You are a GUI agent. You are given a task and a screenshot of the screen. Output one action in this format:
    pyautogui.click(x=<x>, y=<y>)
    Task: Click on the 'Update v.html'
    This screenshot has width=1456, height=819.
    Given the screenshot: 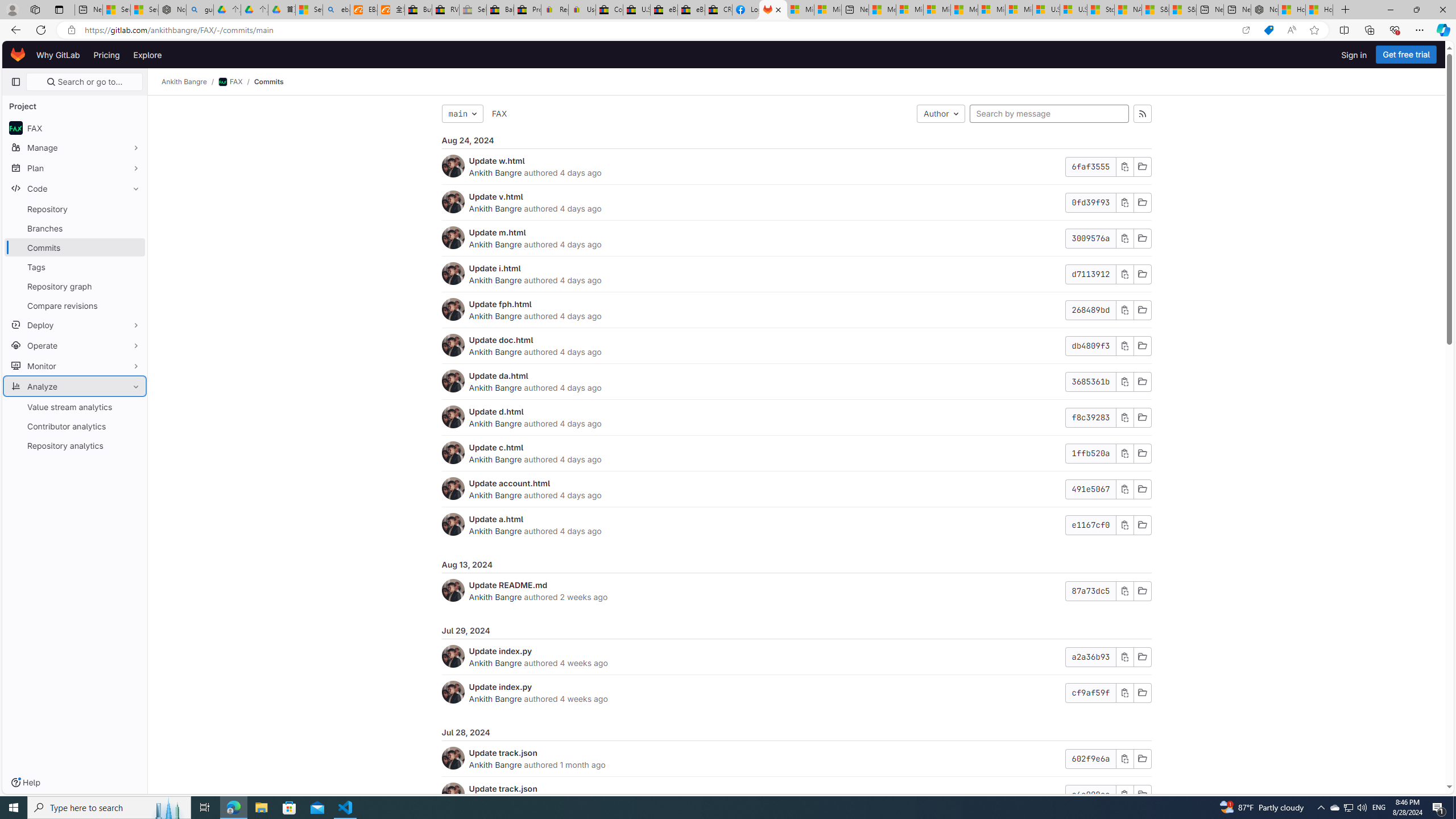 What is the action you would take?
    pyautogui.click(x=495, y=196)
    